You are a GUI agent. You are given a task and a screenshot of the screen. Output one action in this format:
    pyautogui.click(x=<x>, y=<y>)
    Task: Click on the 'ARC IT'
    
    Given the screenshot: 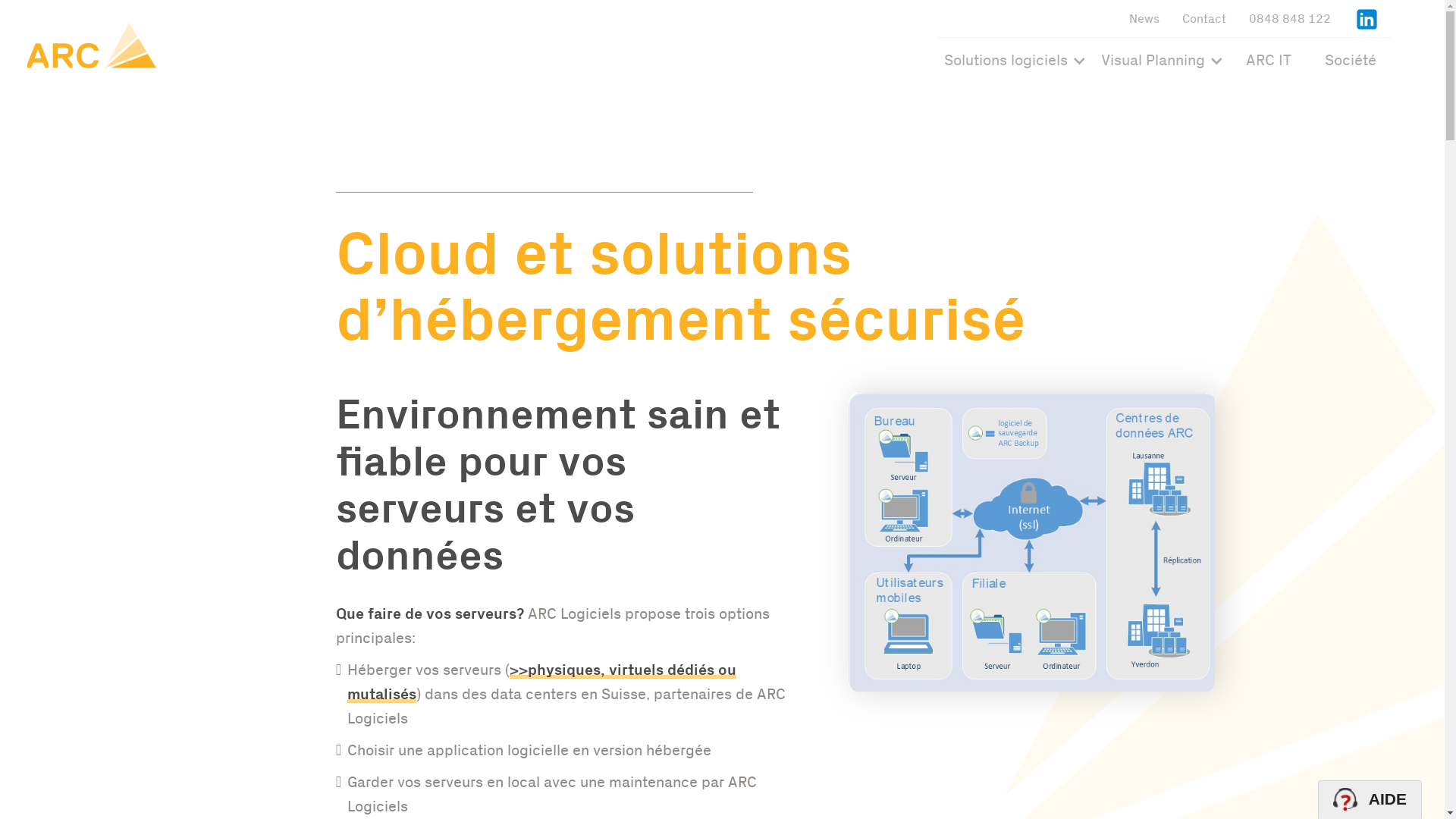 What is the action you would take?
    pyautogui.click(x=1269, y=60)
    